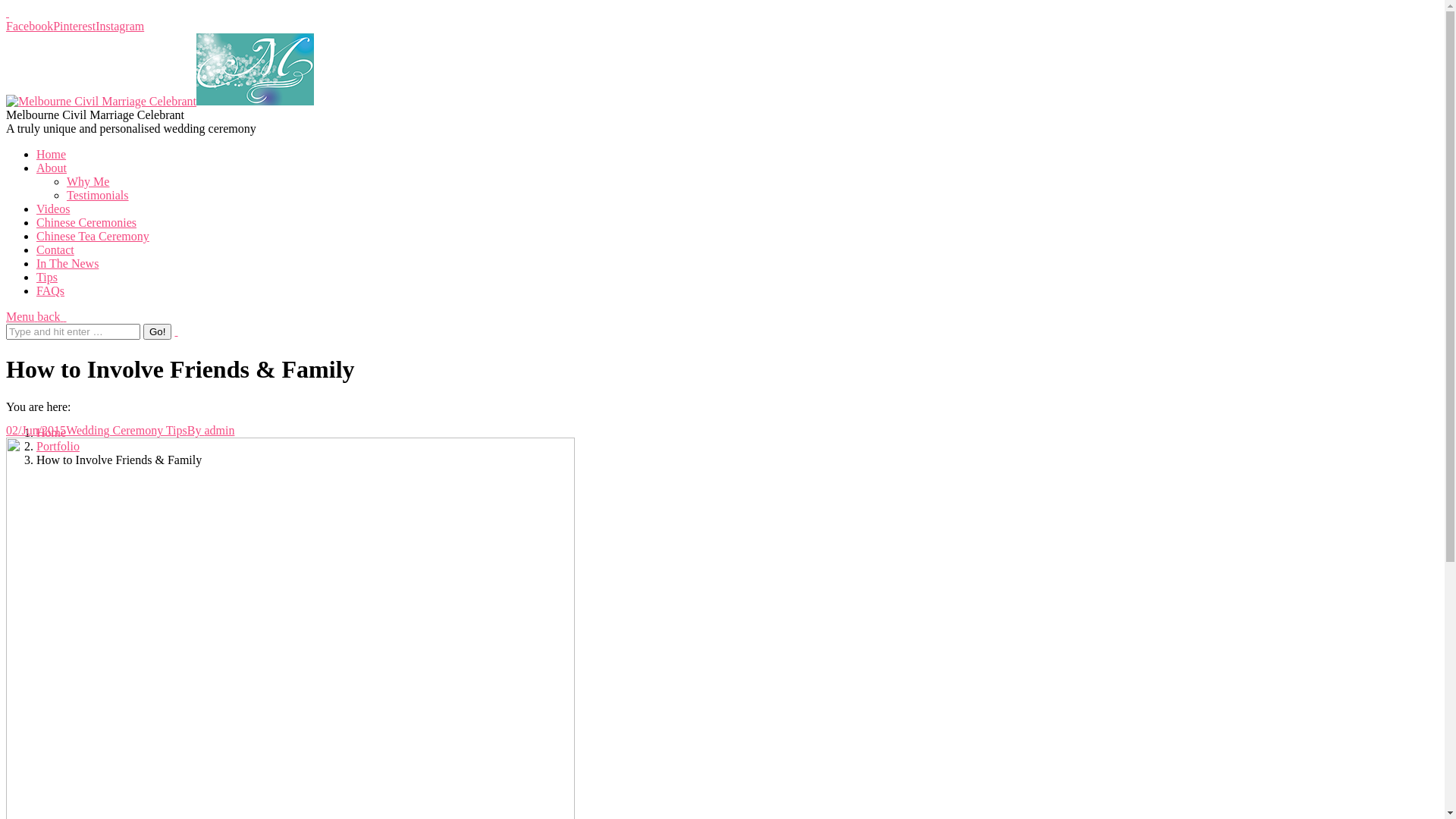 The width and height of the screenshot is (1456, 819). I want to click on 'Contact', so click(55, 249).